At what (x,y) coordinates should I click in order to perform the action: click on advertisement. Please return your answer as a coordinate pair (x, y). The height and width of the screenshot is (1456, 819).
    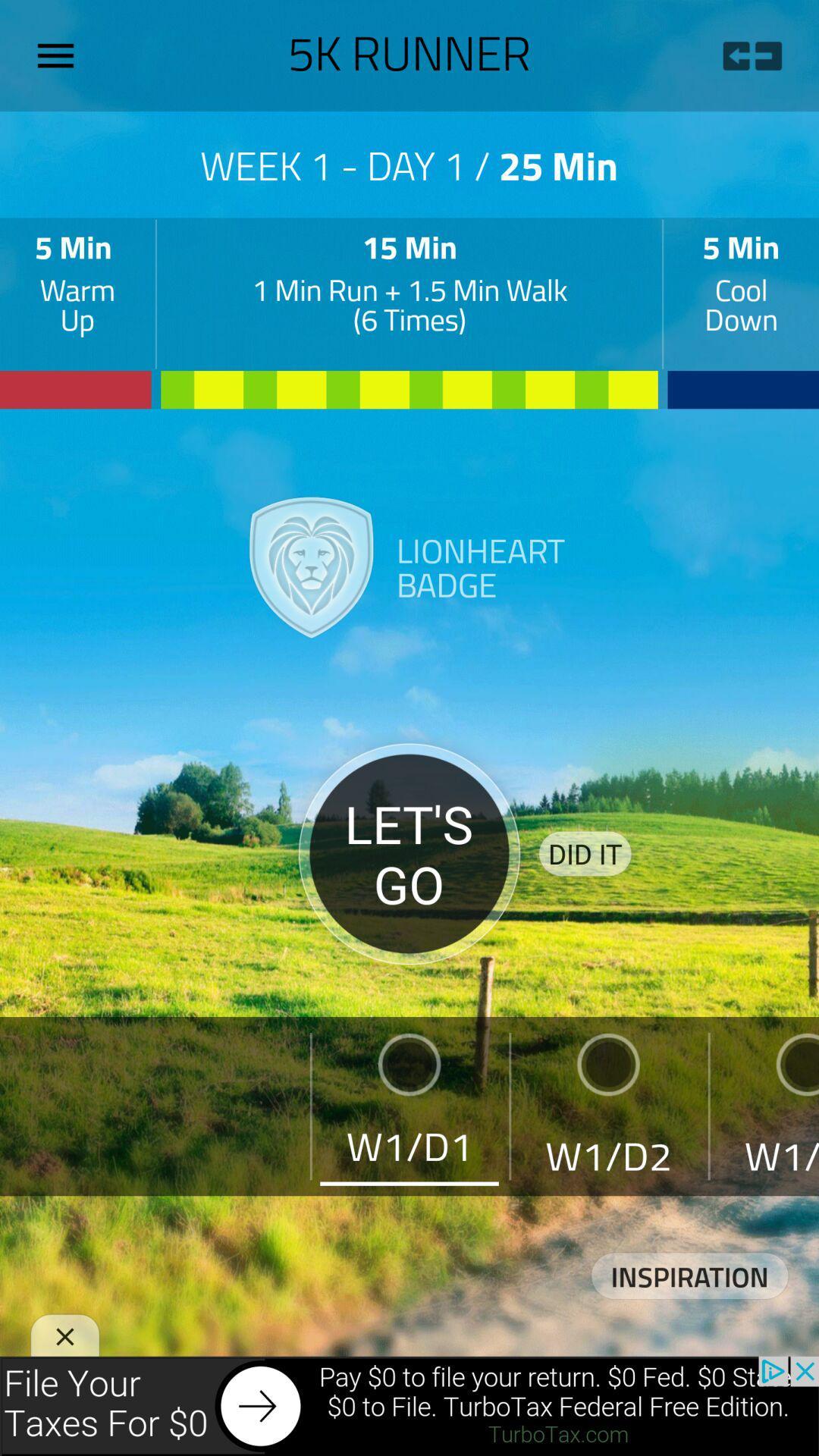
    Looking at the image, I should click on (409, 1405).